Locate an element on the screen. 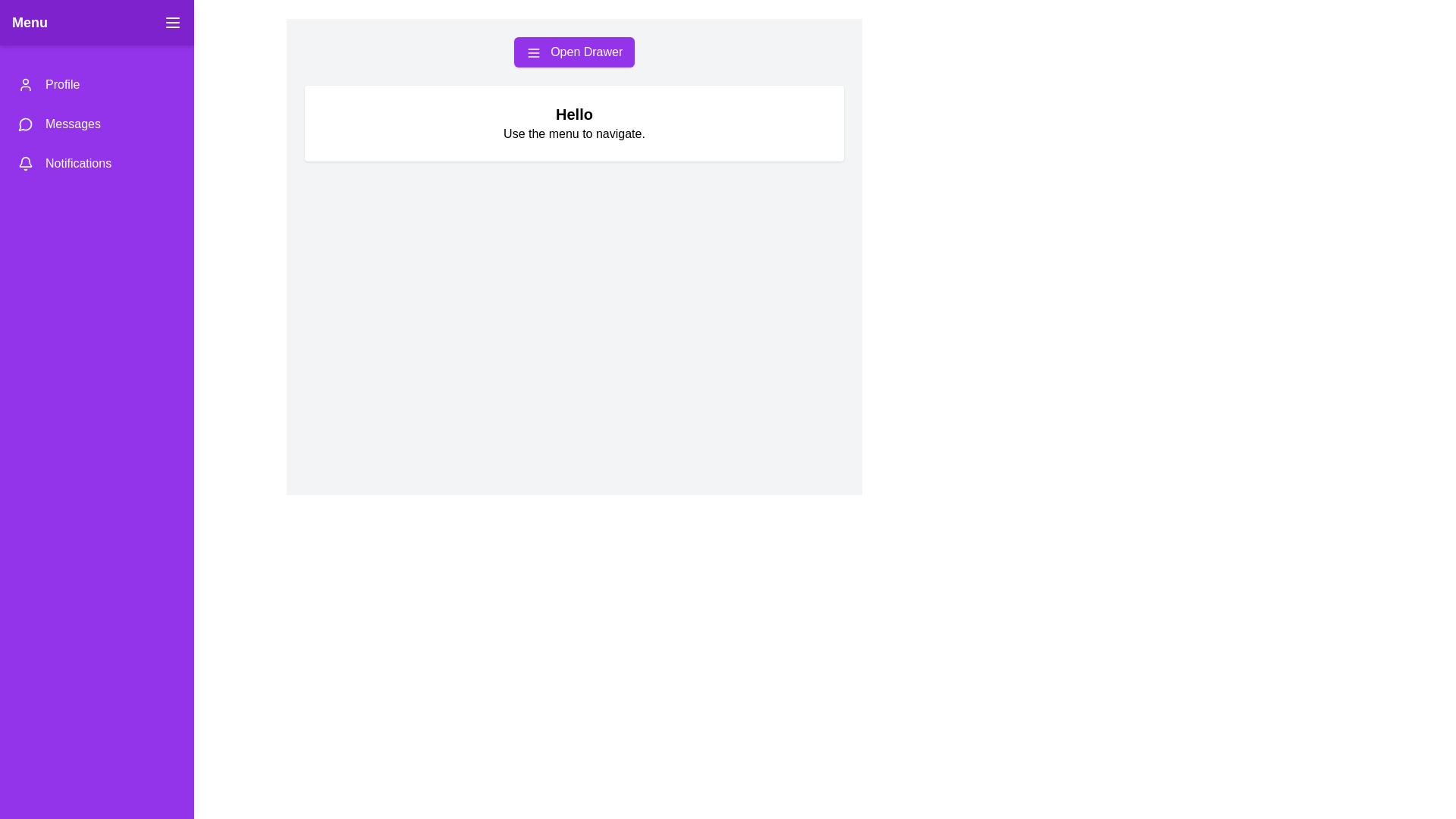 This screenshot has width=1456, height=819. the static text element that provides navigation instructions, located directly below the heading 'Hello' is located at coordinates (573, 133).